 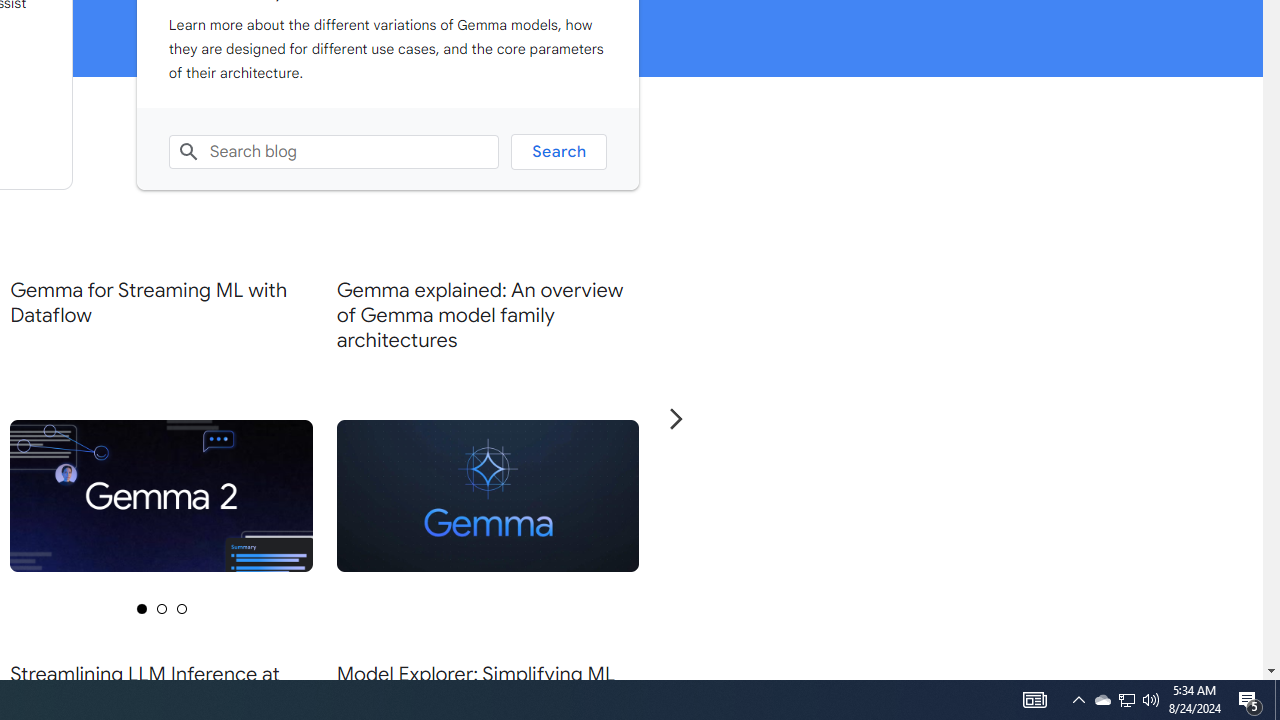 I want to click on 'Selected tab 2 of 3', so click(x=161, y=607).